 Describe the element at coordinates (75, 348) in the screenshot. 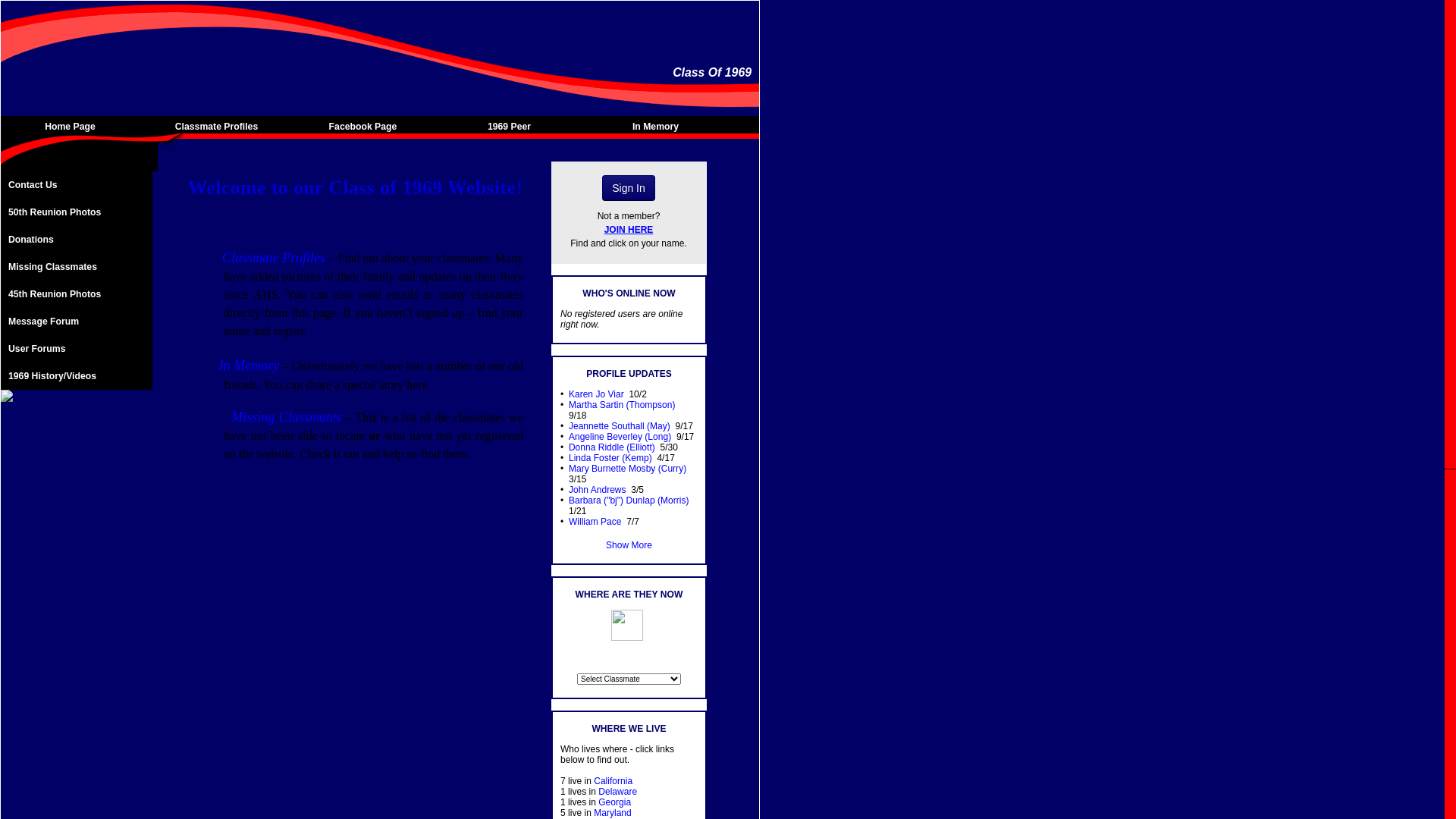

I see `'User Forums'` at that location.